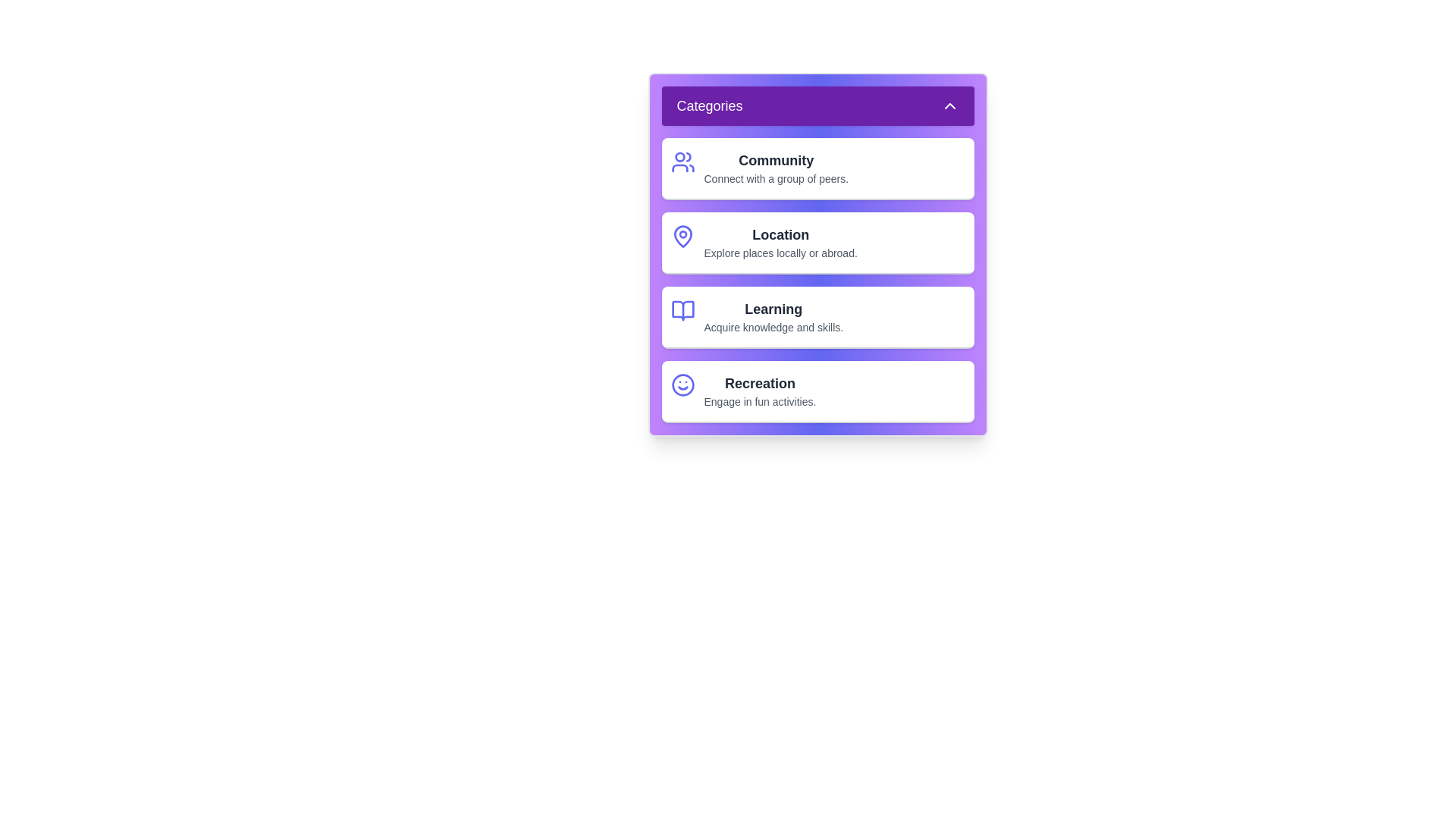 The image size is (1456, 819). What do you see at coordinates (817, 169) in the screenshot?
I see `the category item Community to interact with it` at bounding box center [817, 169].